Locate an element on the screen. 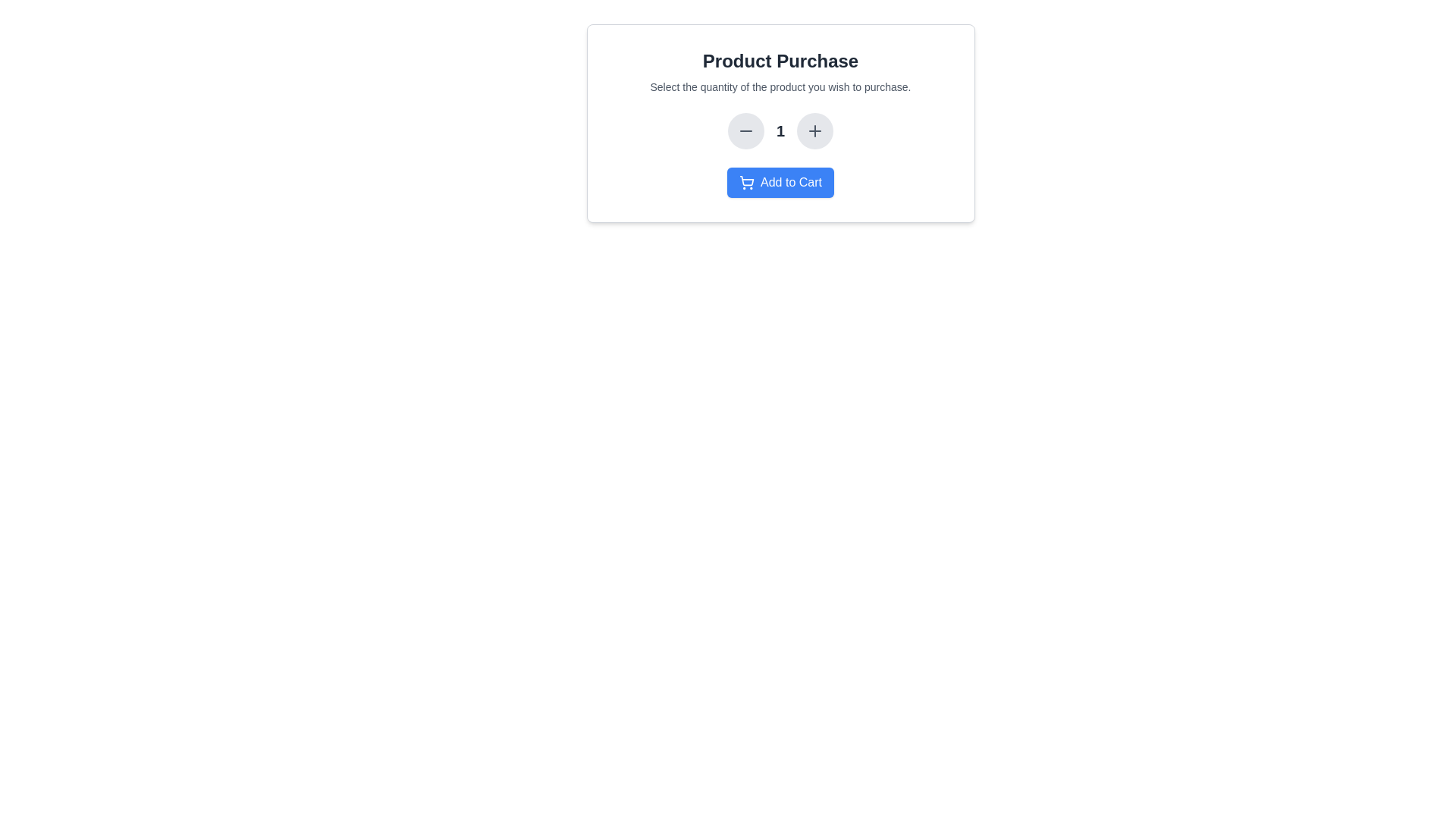  the leftmost circular button with a gray background and a minus sign icon to decrease the quantity is located at coordinates (745, 130).